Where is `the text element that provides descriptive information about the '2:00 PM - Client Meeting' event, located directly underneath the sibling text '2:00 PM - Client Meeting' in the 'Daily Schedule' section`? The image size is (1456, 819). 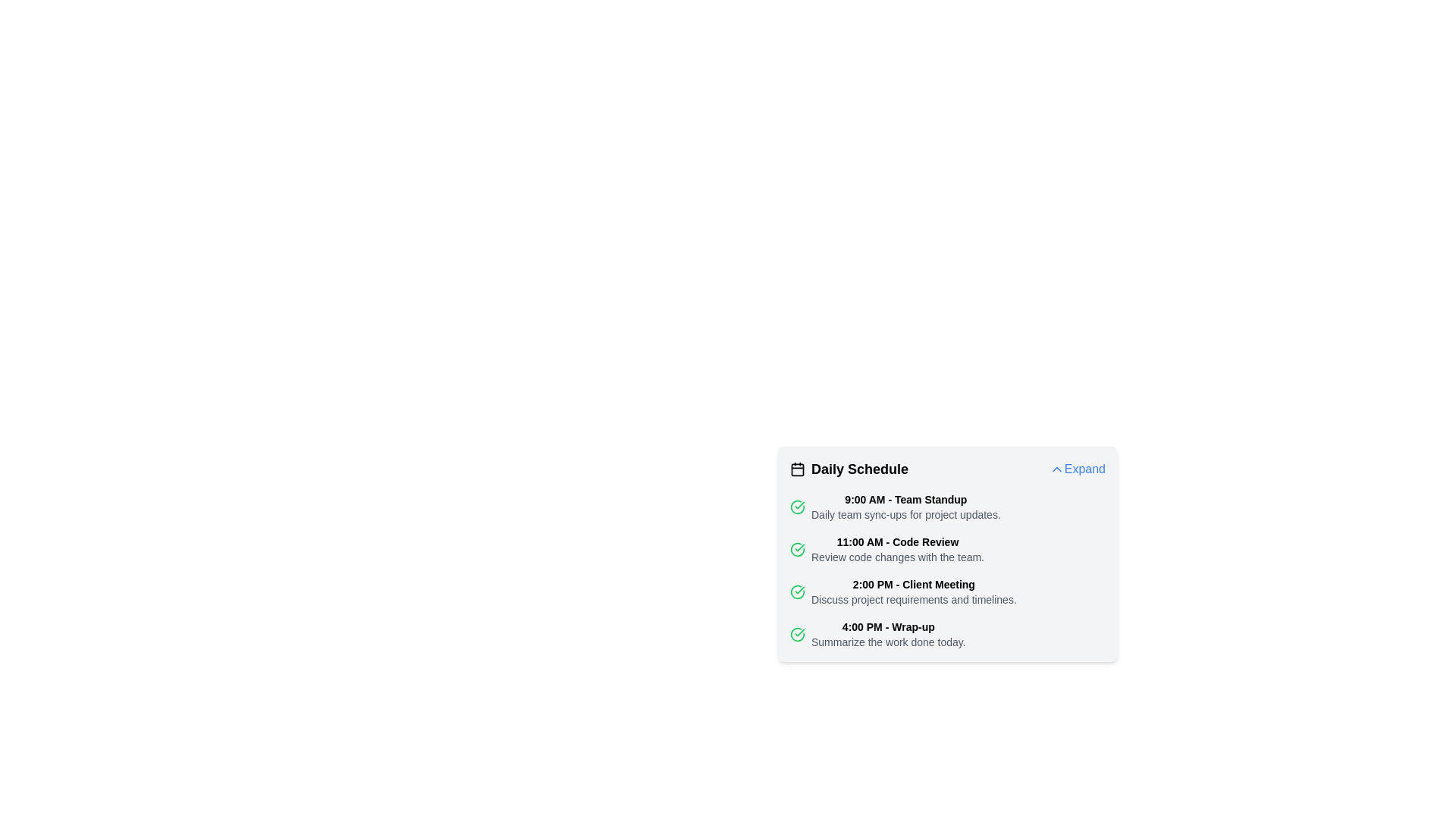
the text element that provides descriptive information about the '2:00 PM - Client Meeting' event, located directly underneath the sibling text '2:00 PM - Client Meeting' in the 'Daily Schedule' section is located at coordinates (913, 598).